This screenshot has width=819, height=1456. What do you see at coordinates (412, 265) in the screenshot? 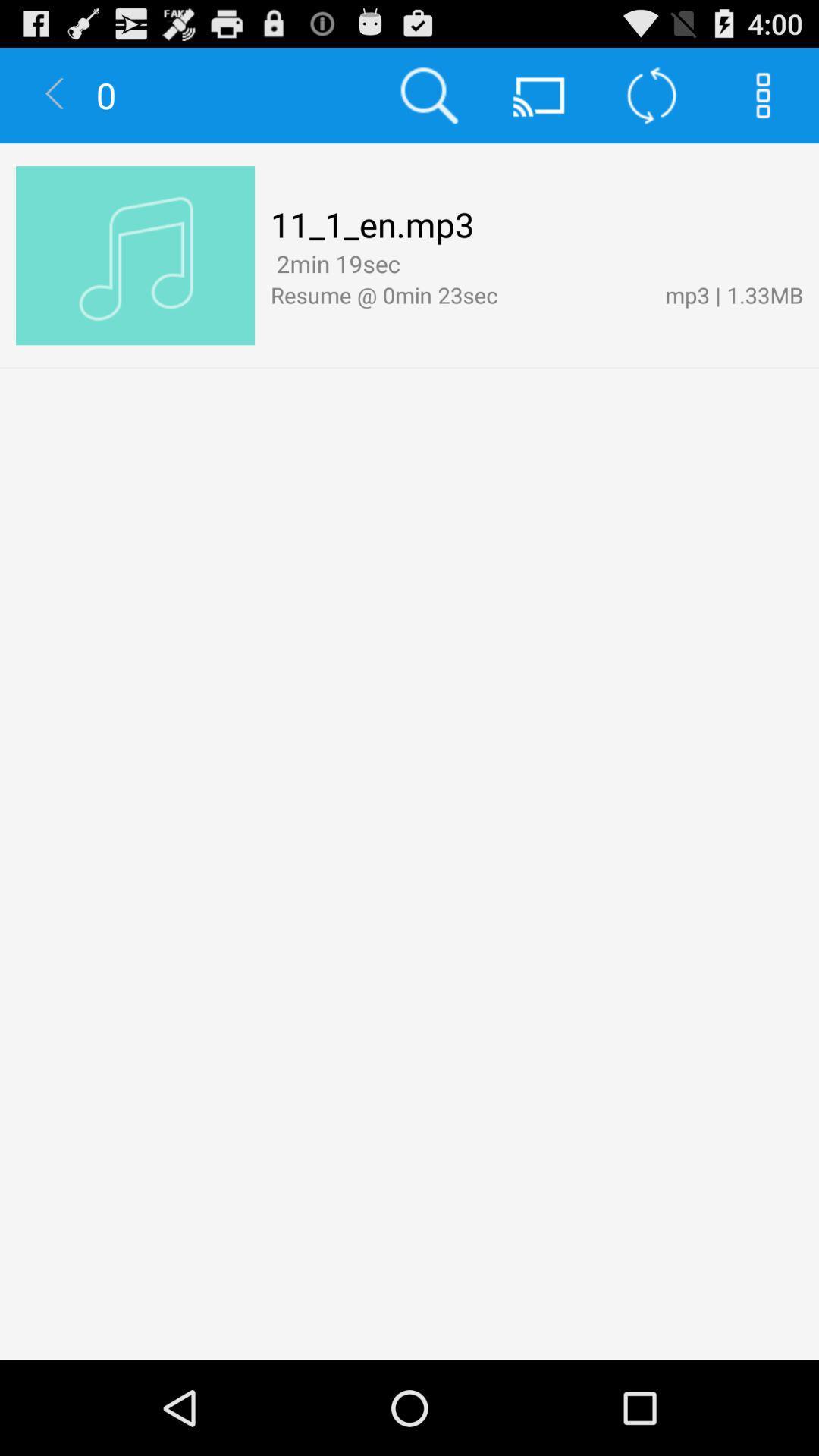
I see `the icon to the right of  2min 19sec icon` at bounding box center [412, 265].